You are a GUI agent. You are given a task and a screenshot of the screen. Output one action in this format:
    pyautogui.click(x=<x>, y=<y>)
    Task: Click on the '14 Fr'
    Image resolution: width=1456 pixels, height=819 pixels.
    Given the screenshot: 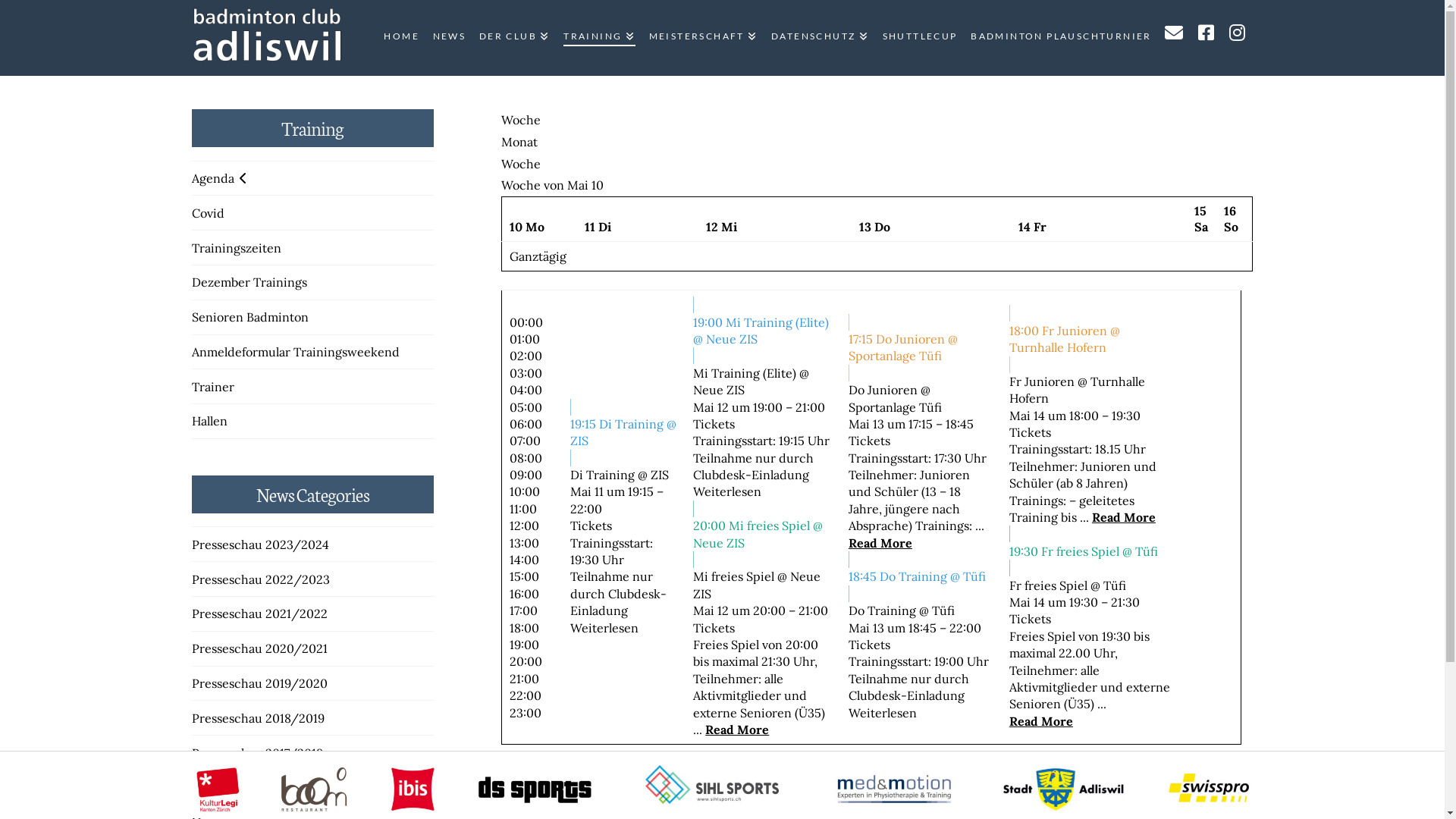 What is the action you would take?
    pyautogui.click(x=1031, y=227)
    